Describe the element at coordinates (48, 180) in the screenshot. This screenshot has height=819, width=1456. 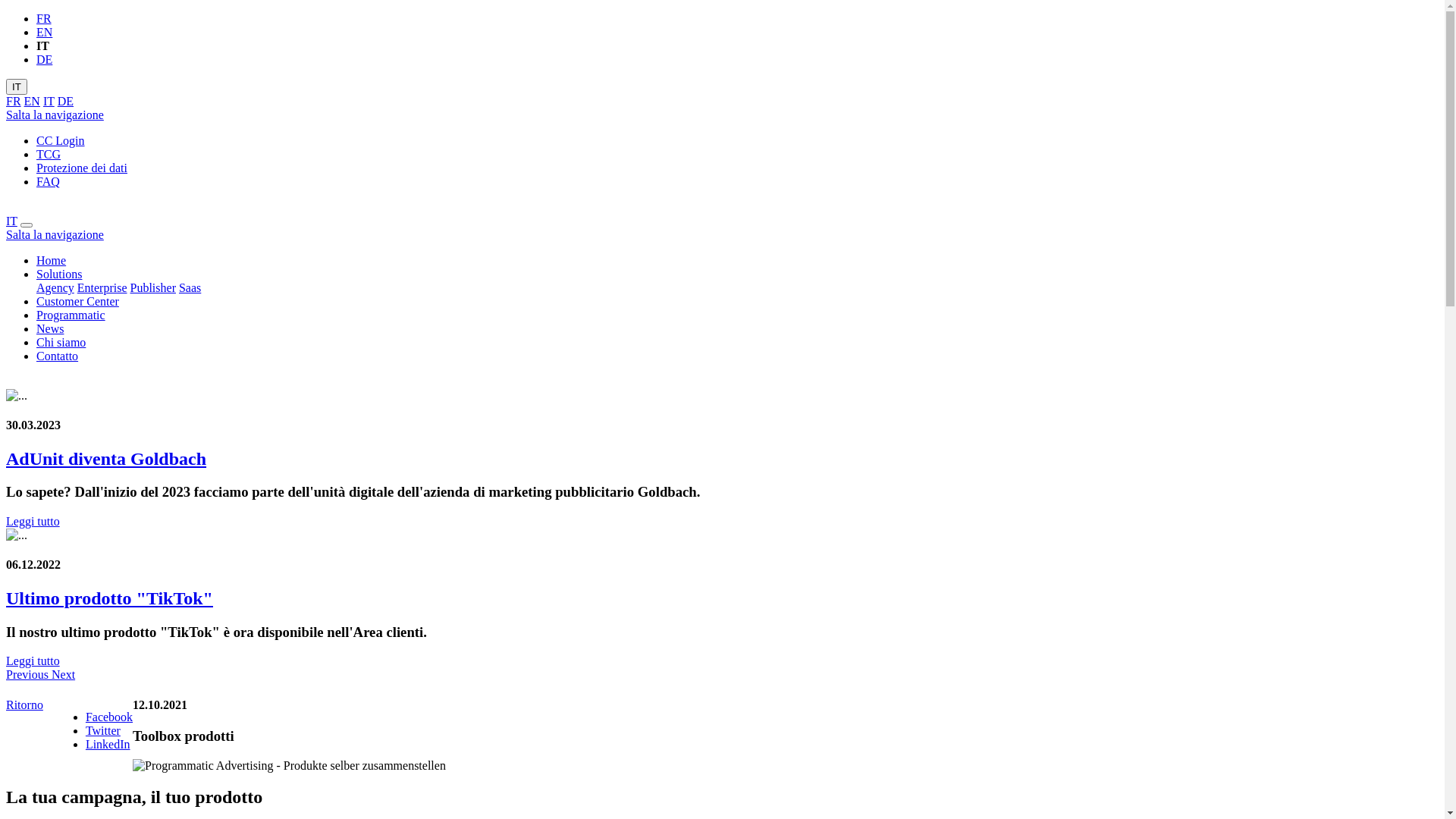
I see `'FAQ'` at that location.